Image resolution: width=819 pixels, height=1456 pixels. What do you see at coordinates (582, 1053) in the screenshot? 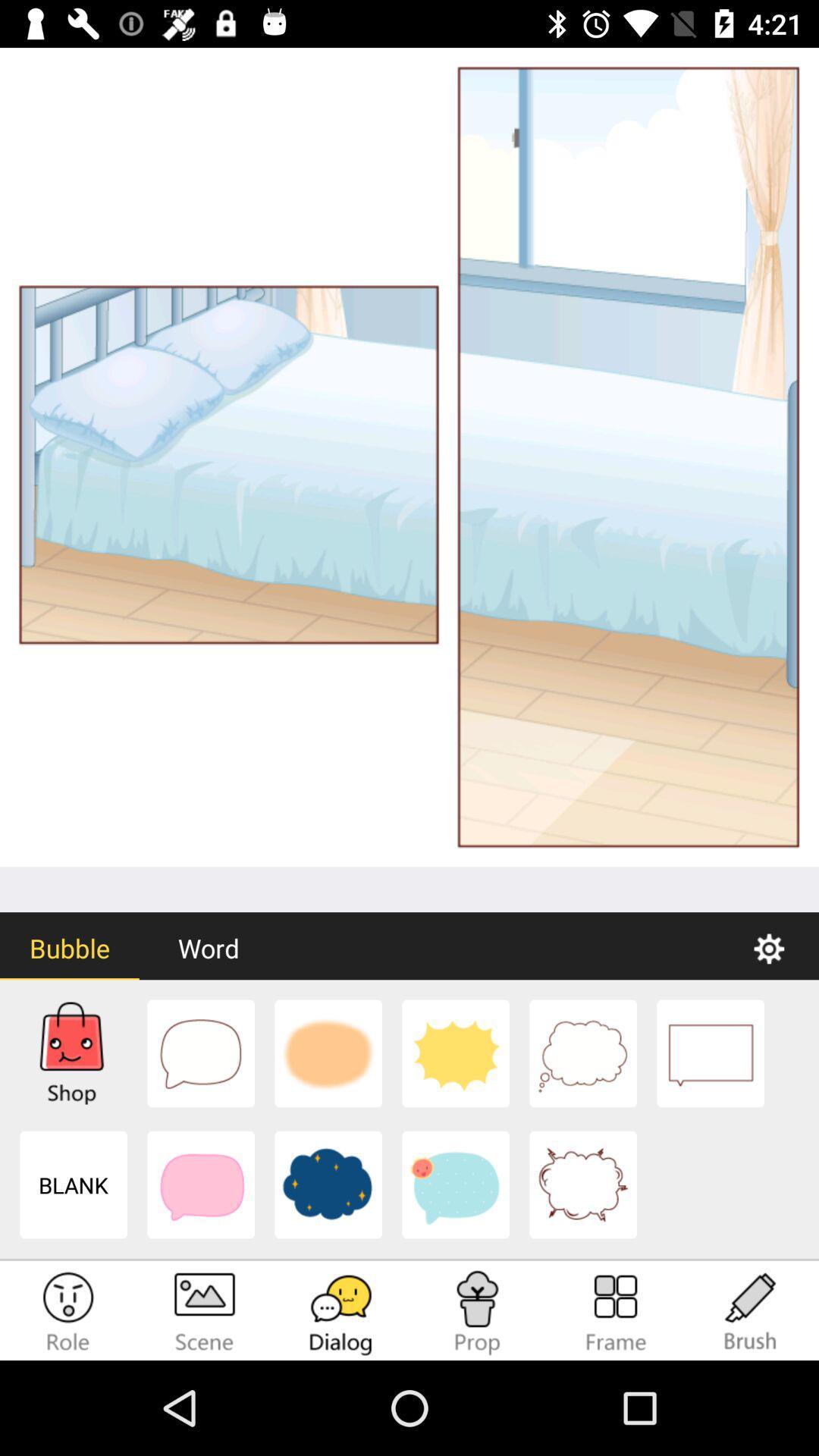
I see `the dialog box option which looks like a cloud` at bounding box center [582, 1053].